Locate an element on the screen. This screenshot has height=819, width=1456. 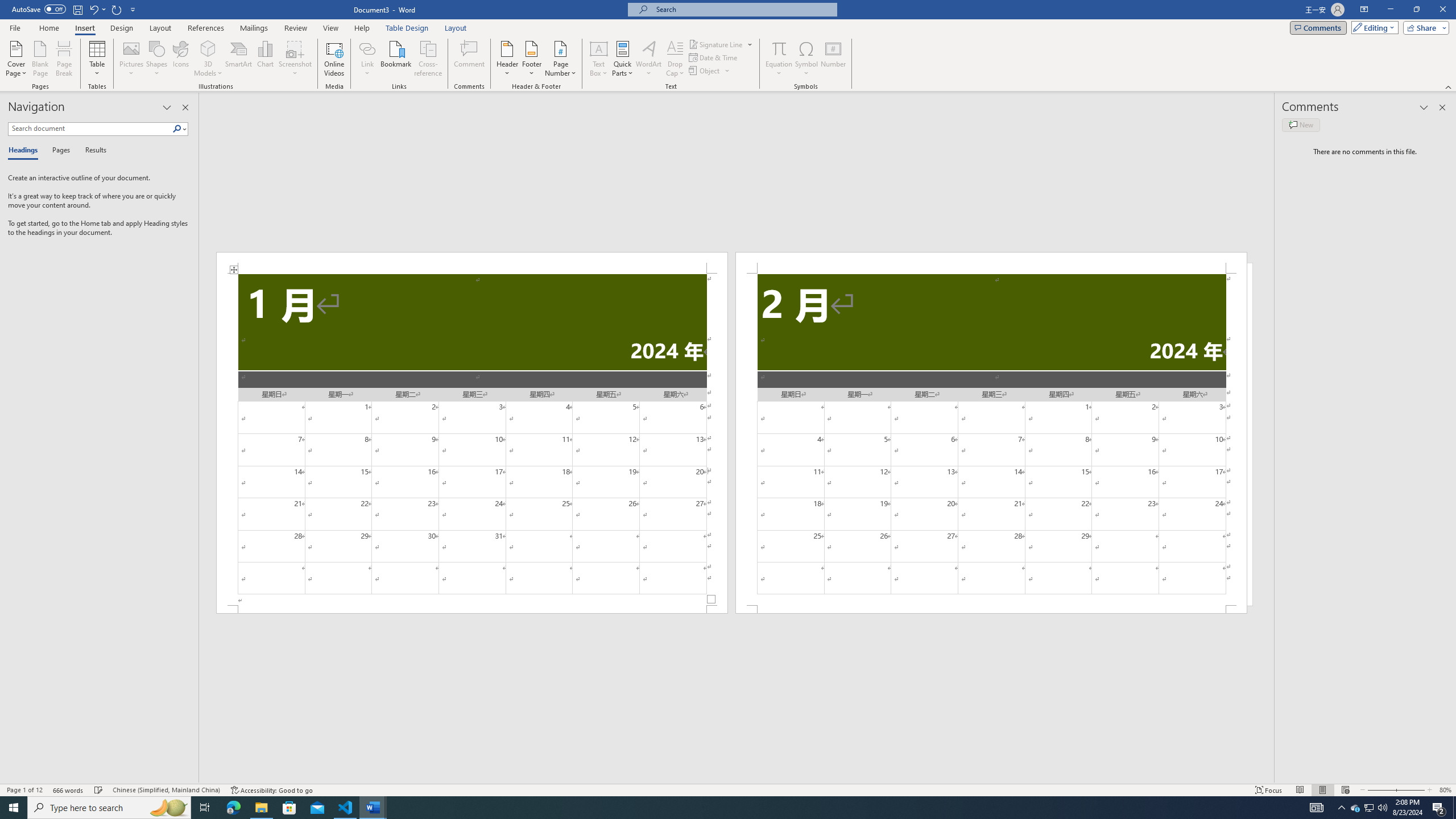
'Footer -Section 2-' is located at coordinates (991, 609).